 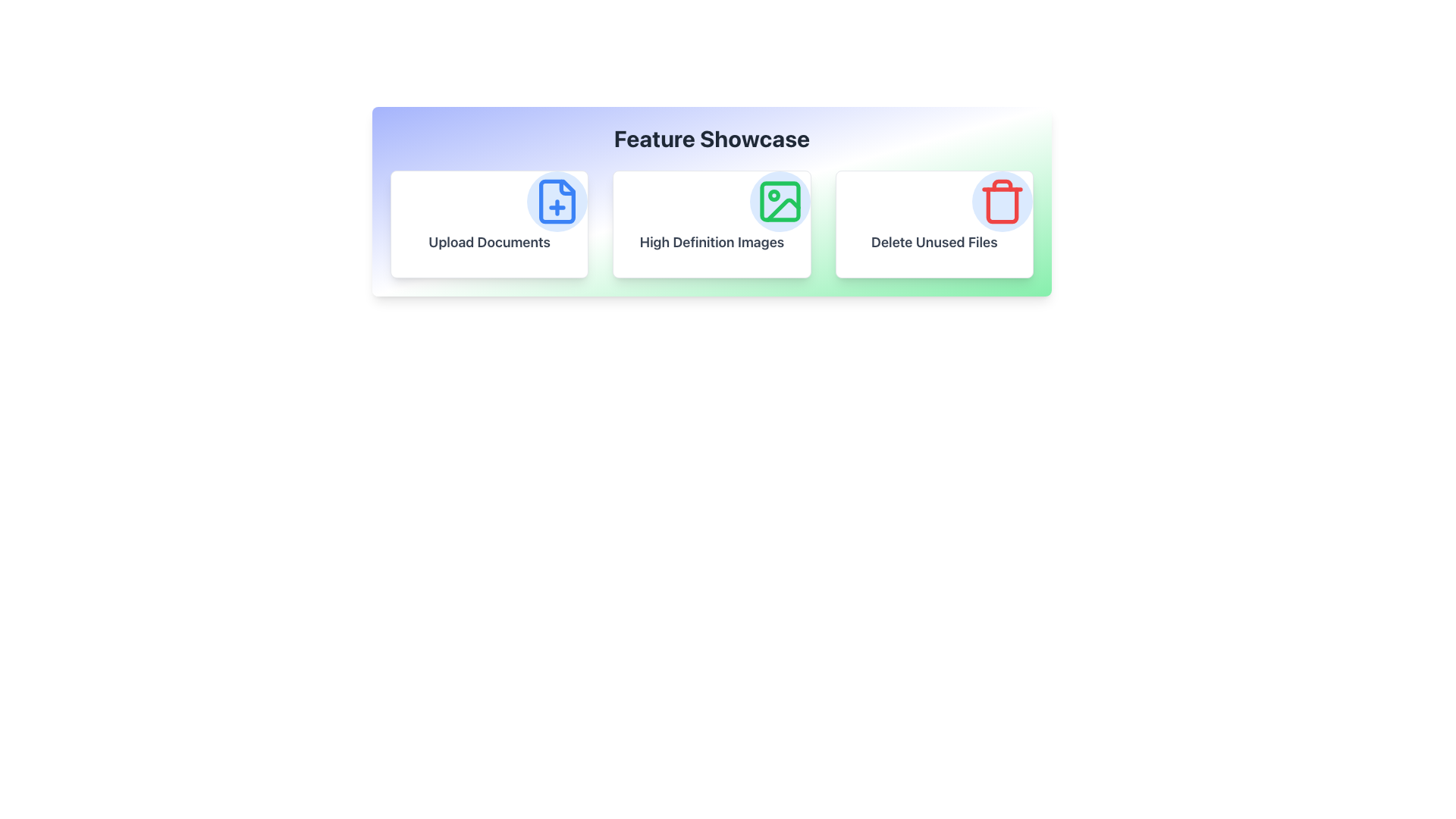 What do you see at coordinates (780, 201) in the screenshot?
I see `the decorative rectangle element with a green outline located in the top-left section of the 'High Definition Images' icon` at bounding box center [780, 201].